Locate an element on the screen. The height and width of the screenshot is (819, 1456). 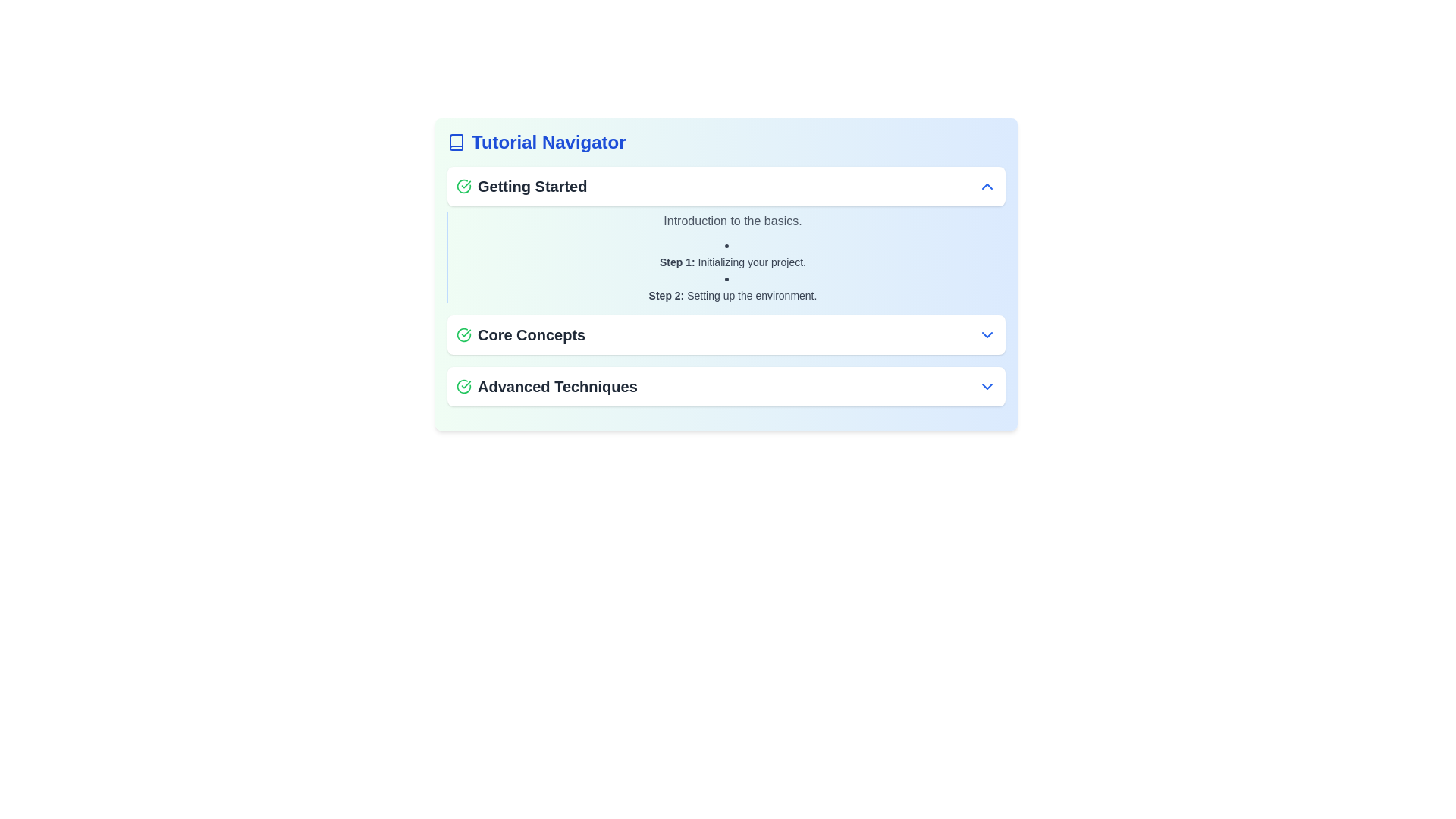
the 'Tutorial Navigator' icon located in the top-left corner of the panel to associate it with the Tutorial Navigator section is located at coordinates (455, 143).